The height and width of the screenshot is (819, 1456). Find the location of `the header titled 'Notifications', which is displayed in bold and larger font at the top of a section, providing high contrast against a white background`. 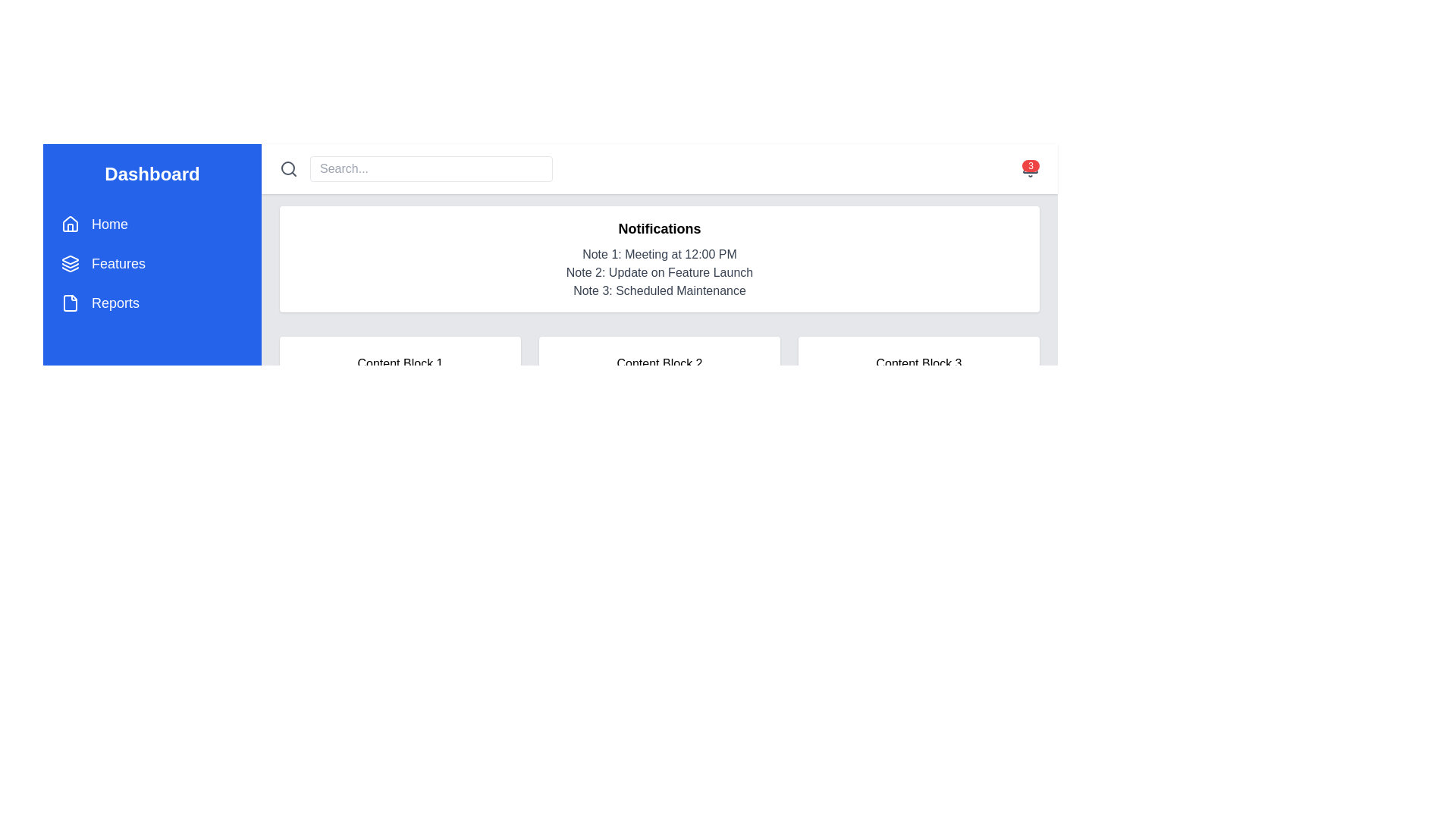

the header titled 'Notifications', which is displayed in bold and larger font at the top of a section, providing high contrast against a white background is located at coordinates (659, 228).